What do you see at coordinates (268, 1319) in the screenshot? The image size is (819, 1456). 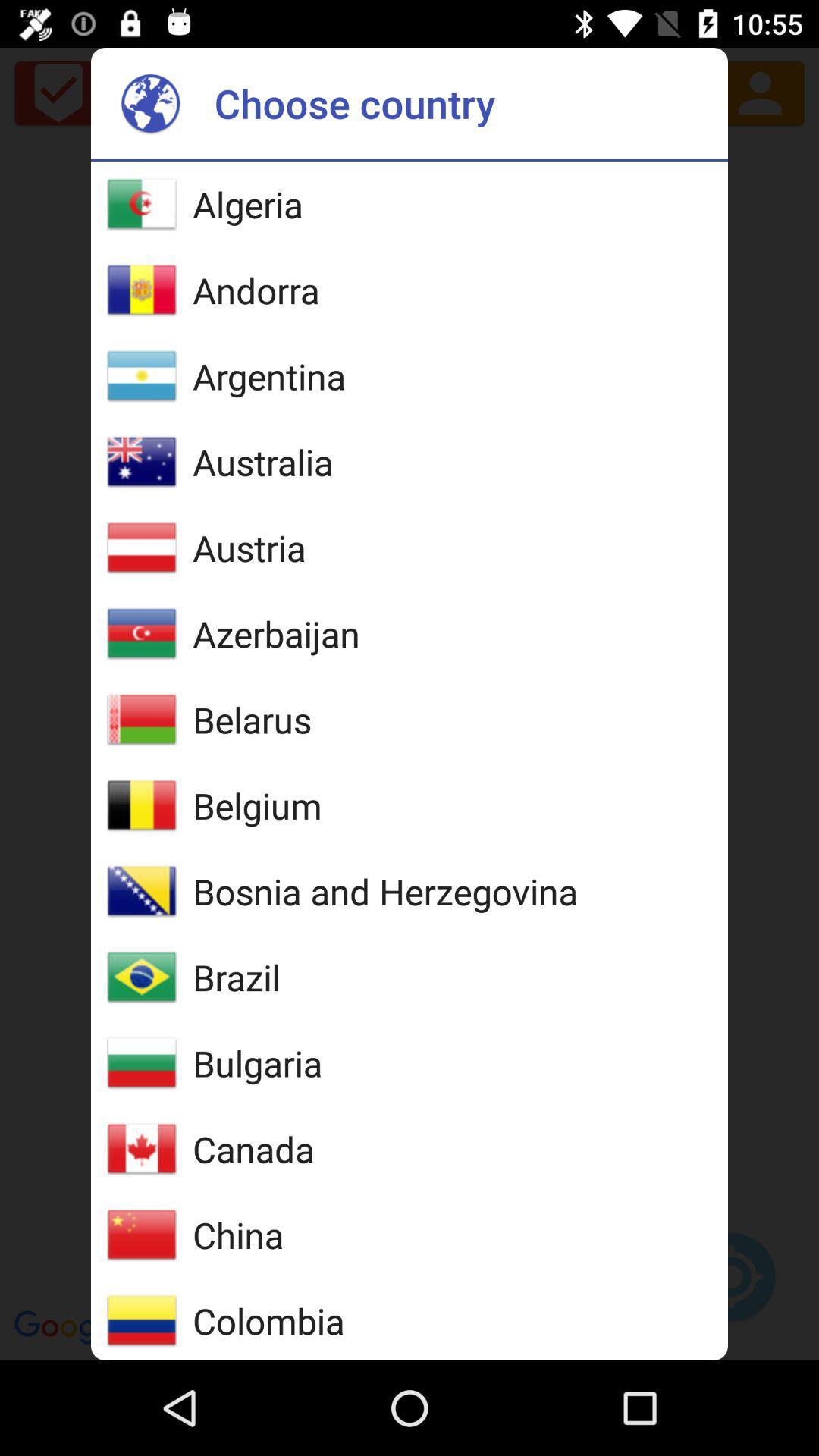 I see `icon below china` at bounding box center [268, 1319].